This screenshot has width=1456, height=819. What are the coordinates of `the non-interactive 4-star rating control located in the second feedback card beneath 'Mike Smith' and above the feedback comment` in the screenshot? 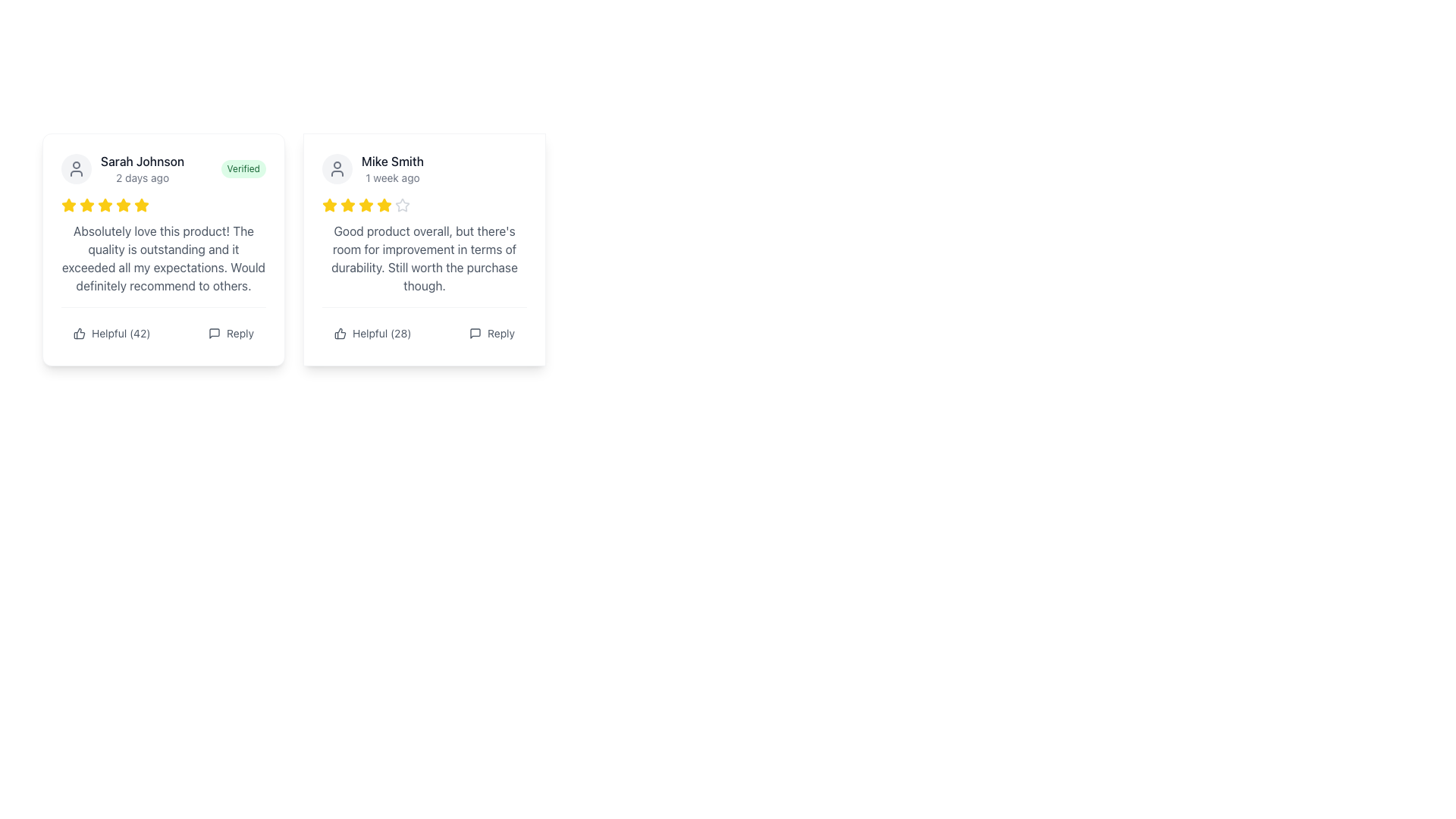 It's located at (425, 205).